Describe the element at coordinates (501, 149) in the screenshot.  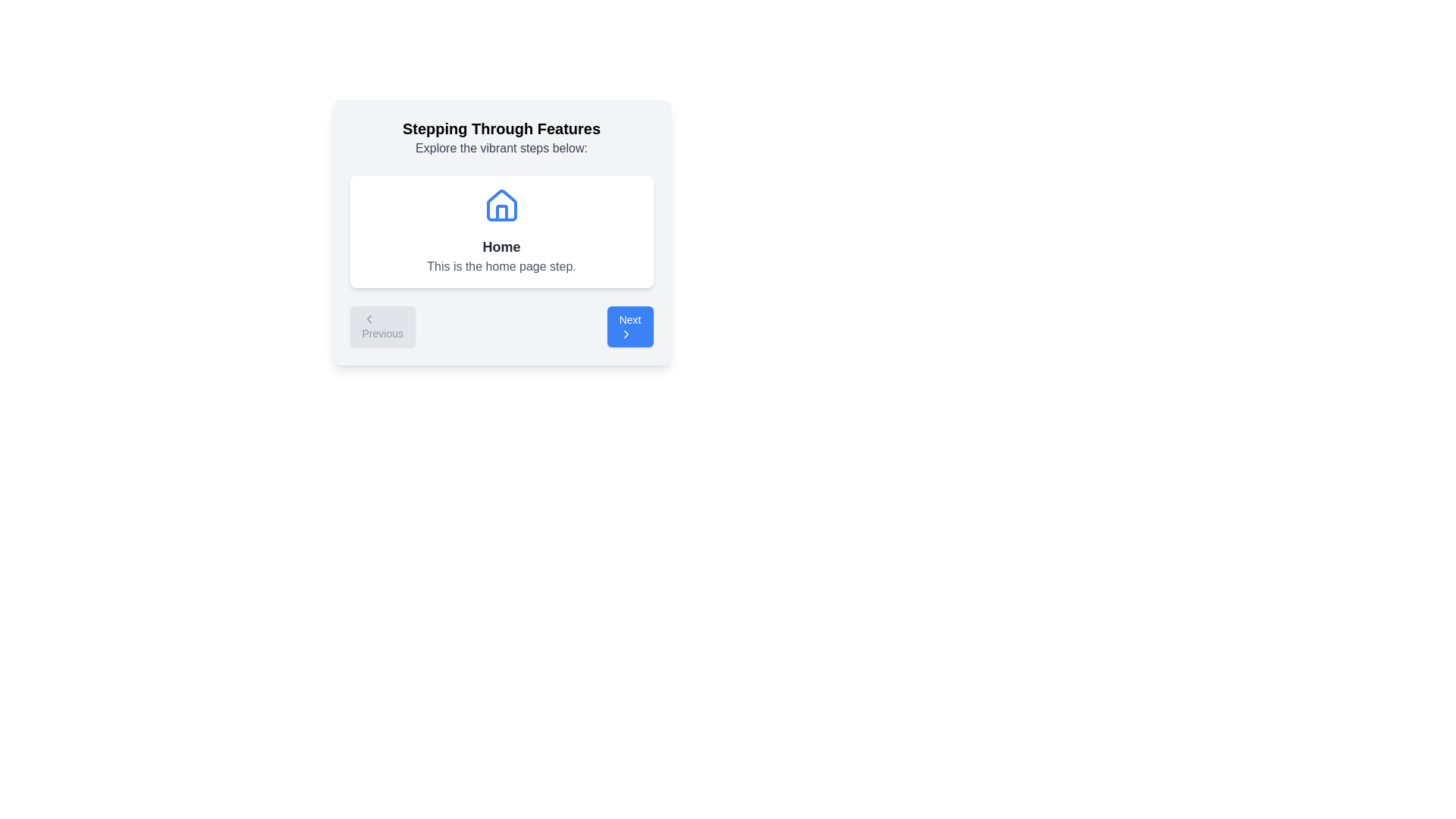
I see `the label that reads 'Explore the vibrant steps below:' which is styled in gray font and located beneath the title 'Stepping Through Features'` at that location.